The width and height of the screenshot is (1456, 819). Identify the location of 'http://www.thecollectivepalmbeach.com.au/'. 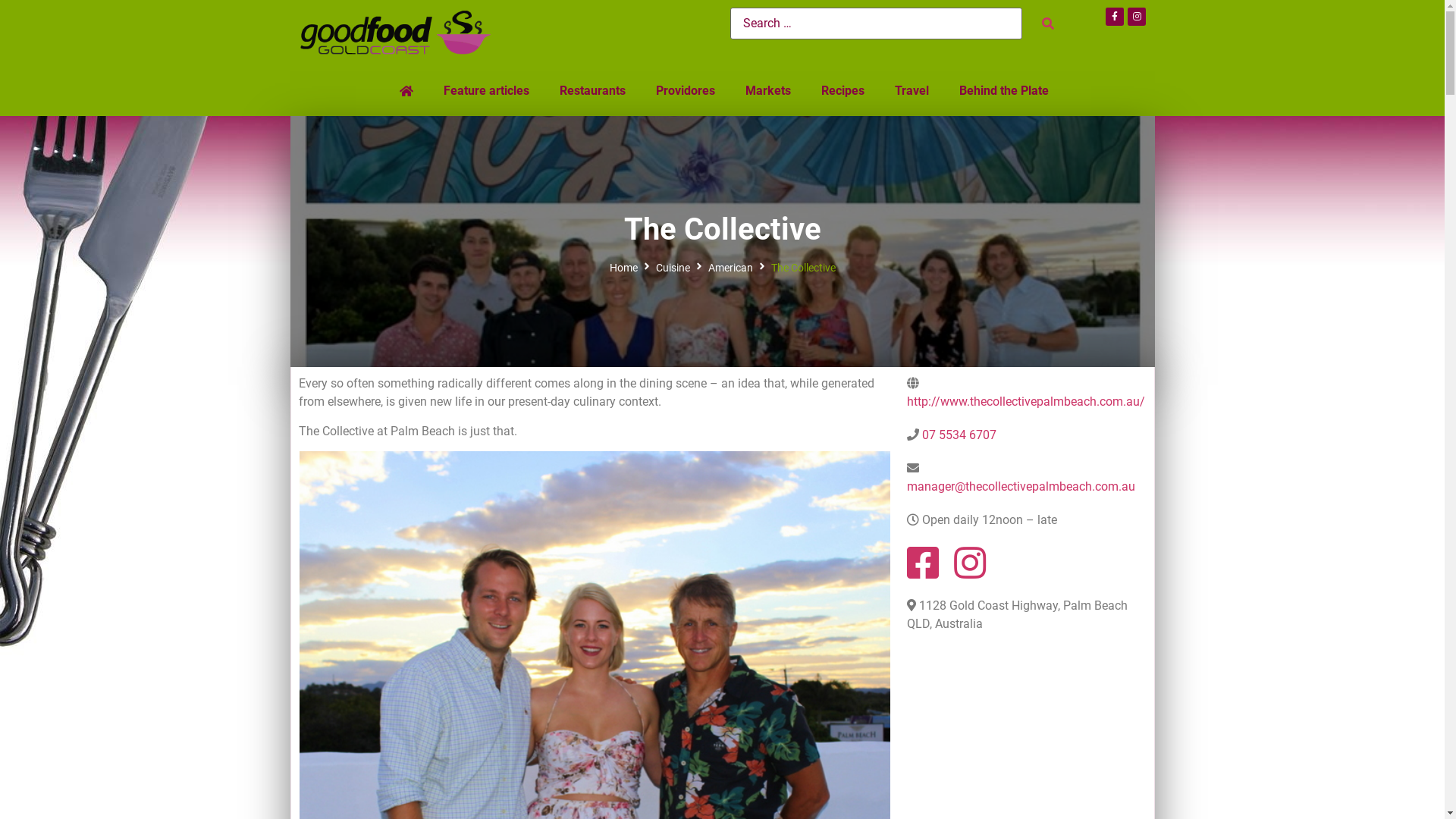
(1026, 400).